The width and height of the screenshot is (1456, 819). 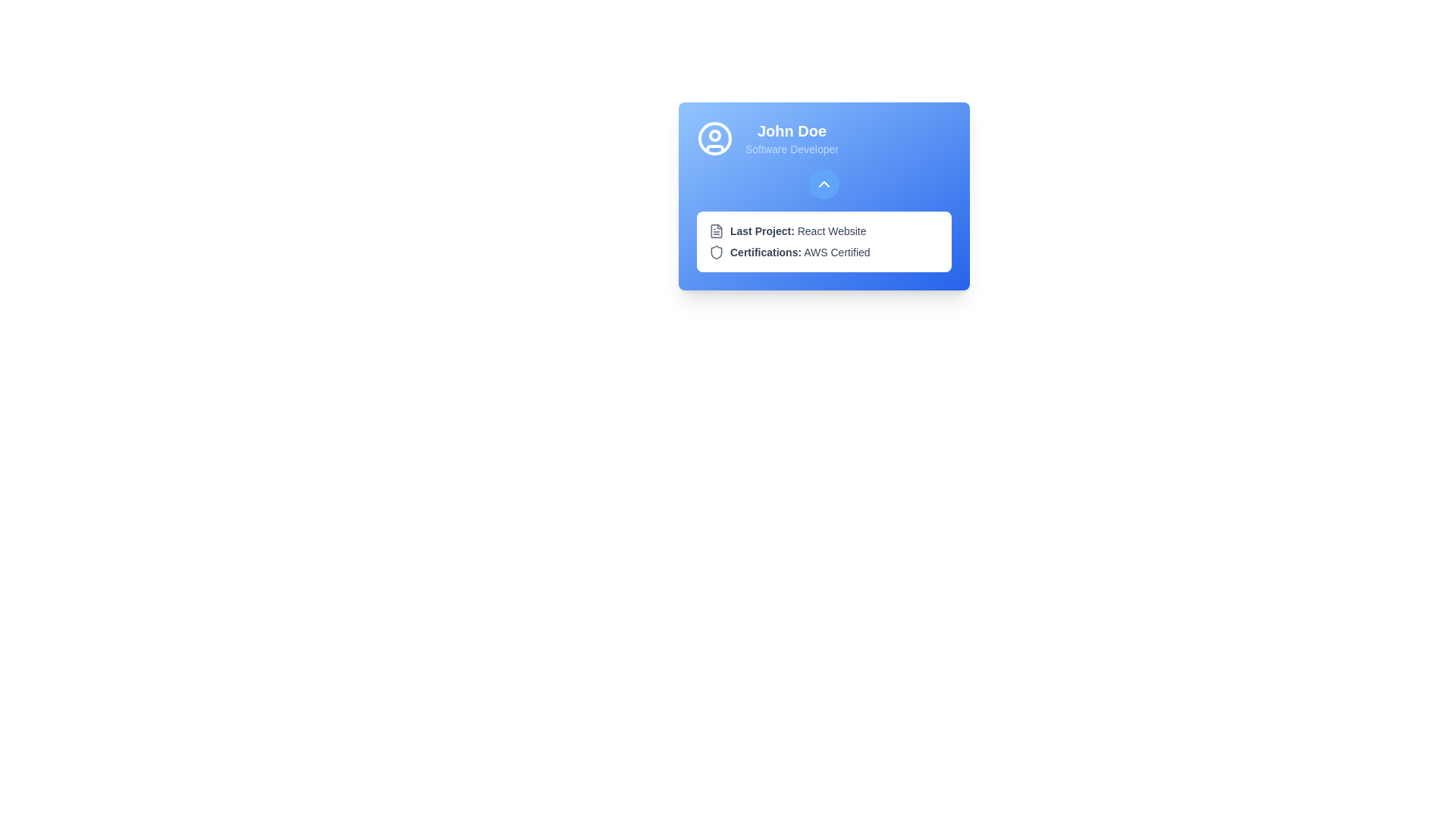 I want to click on the user profile icon, which is a prominent circular icon with a blue background, located in the top-left area of a card-like structure beside the text 'John Doe' and 'Software Developer', so click(x=714, y=138).